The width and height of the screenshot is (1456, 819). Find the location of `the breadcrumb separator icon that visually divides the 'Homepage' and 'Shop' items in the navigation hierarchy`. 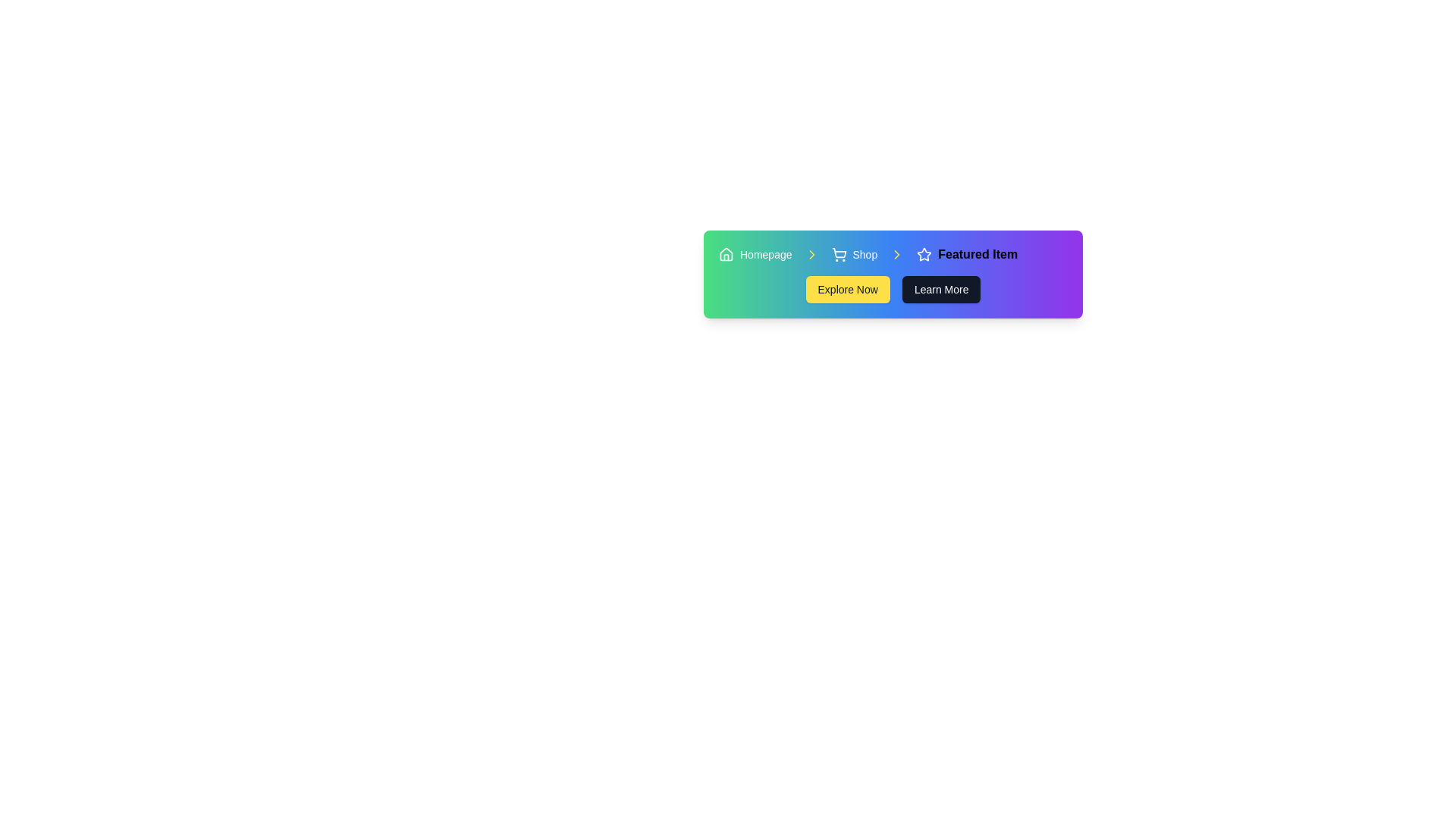

the breadcrumb separator icon that visually divides the 'Homepage' and 'Shop' items in the navigation hierarchy is located at coordinates (811, 253).